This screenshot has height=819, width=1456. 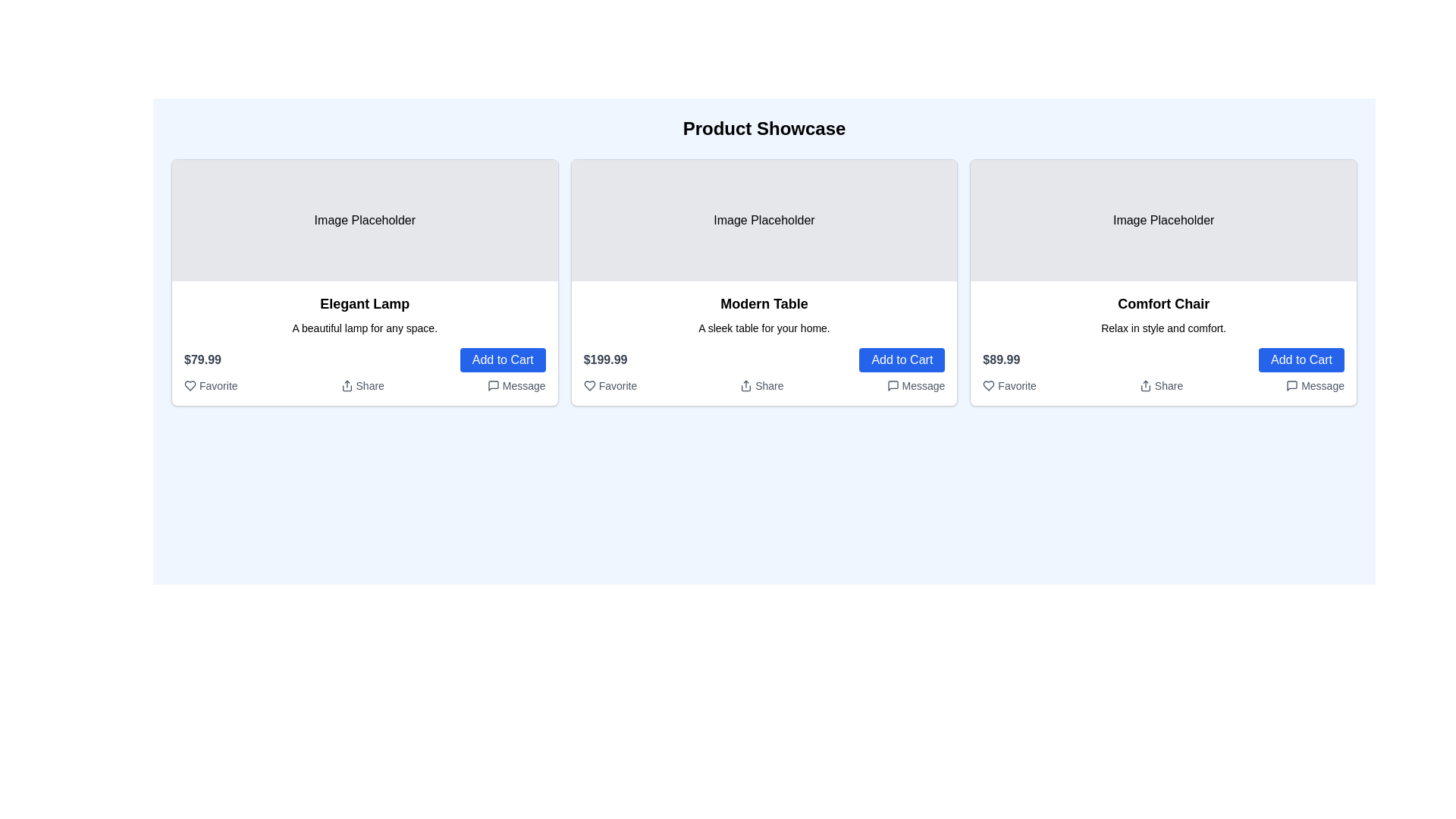 What do you see at coordinates (1163, 385) in the screenshot?
I see `the 'Share' icon, which is represented by an upward-pointing arrow emerging from a box, located in the 'Comfort Chair' section below the price and 'Add to Cart' button` at bounding box center [1163, 385].